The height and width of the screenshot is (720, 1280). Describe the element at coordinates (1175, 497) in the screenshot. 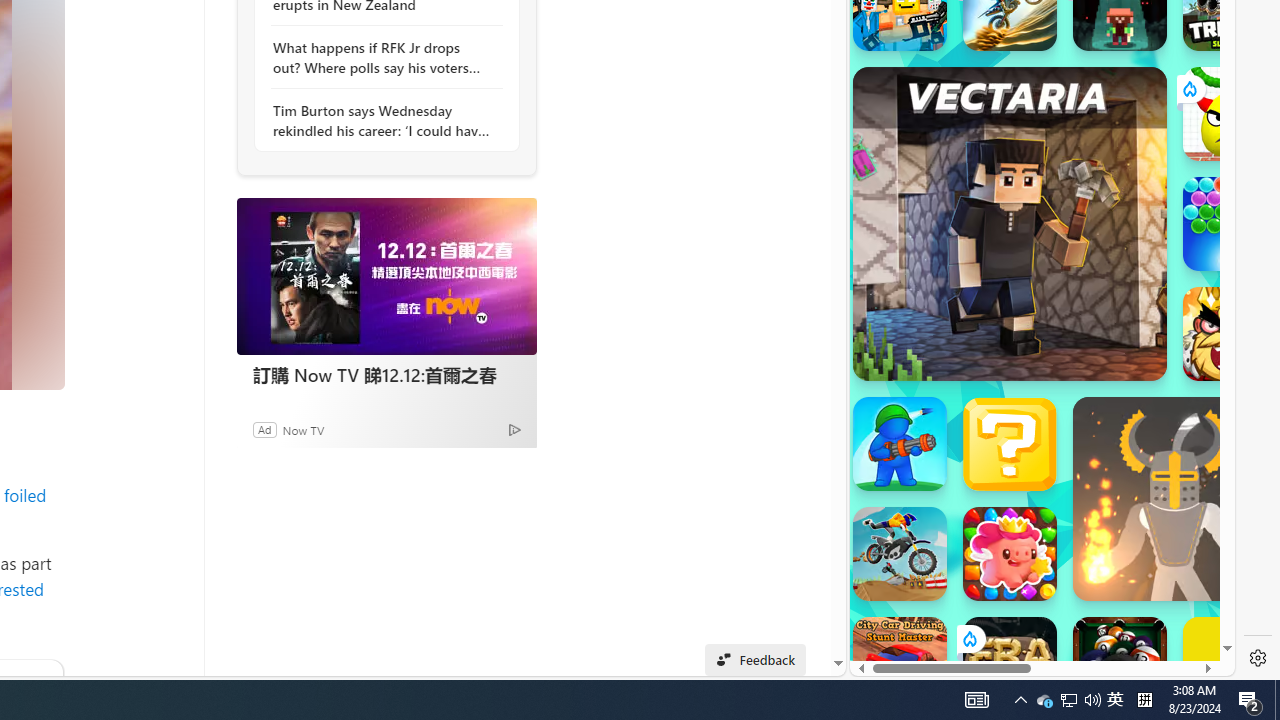

I see `'Ragdoll Hit'` at that location.